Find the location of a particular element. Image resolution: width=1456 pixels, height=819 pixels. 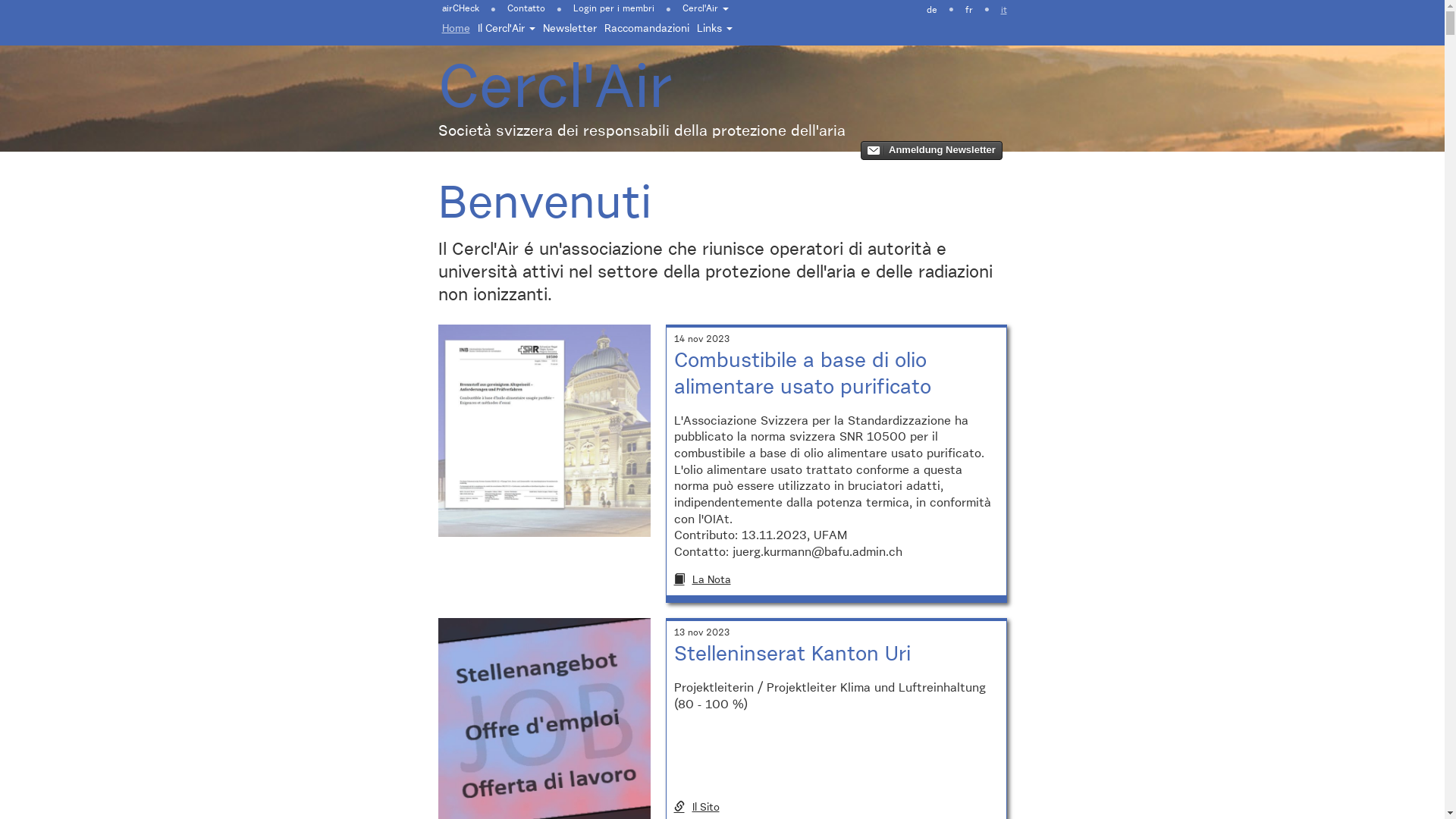

'Links' is located at coordinates (692, 29).